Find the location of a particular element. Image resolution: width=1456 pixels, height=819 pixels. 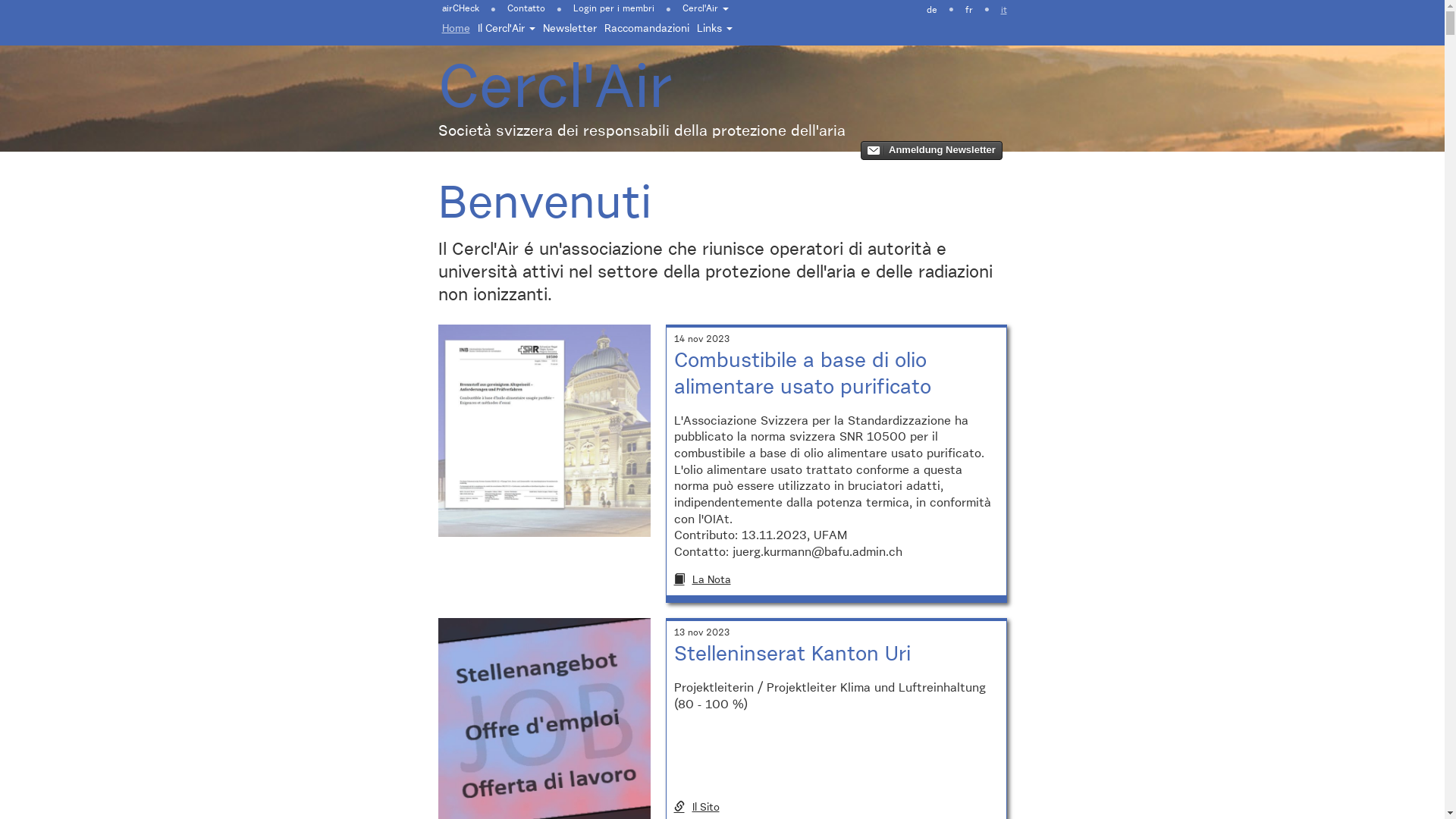

'Links' is located at coordinates (692, 29).